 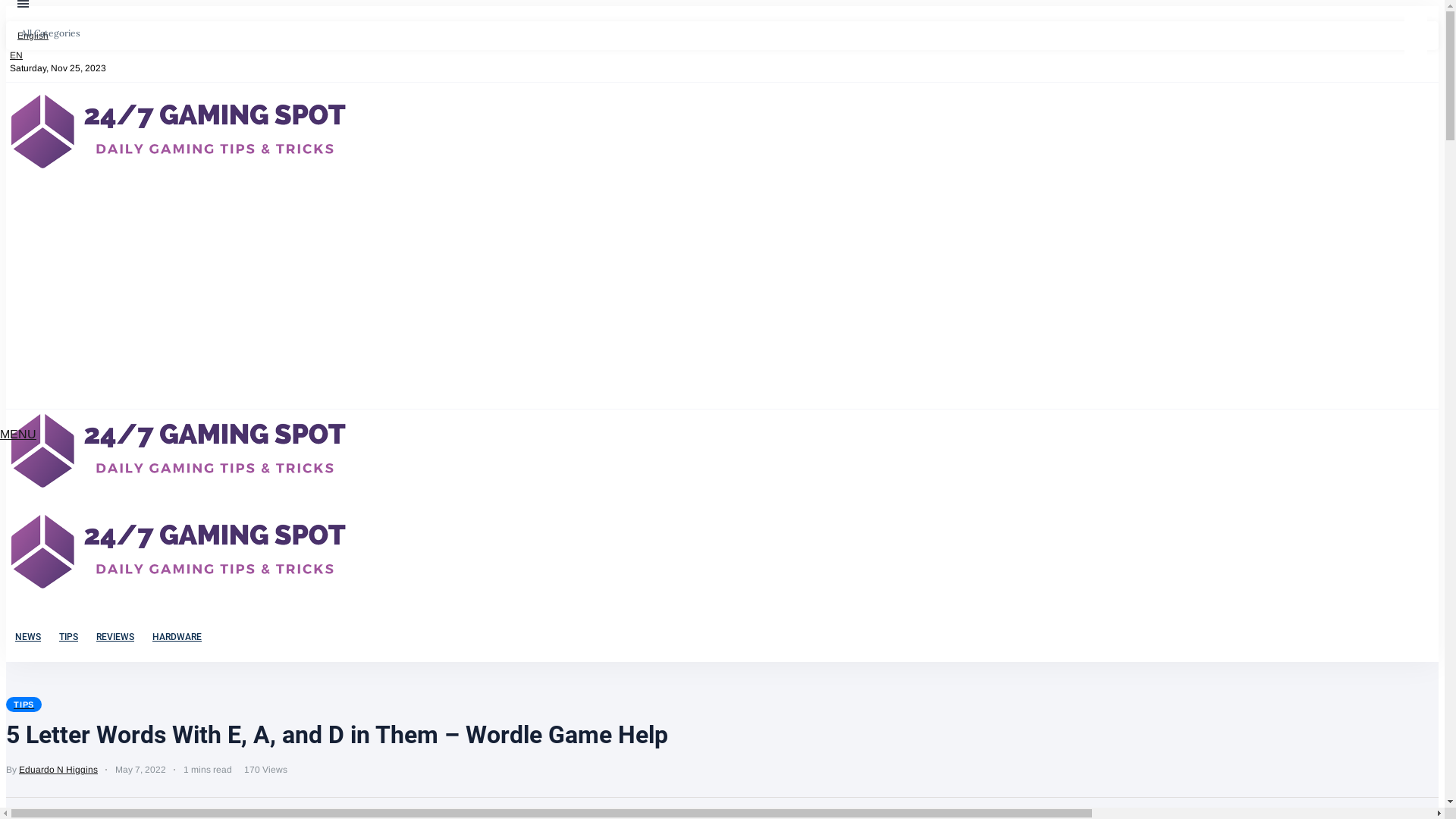 What do you see at coordinates (86, 637) in the screenshot?
I see `'REVIEWS'` at bounding box center [86, 637].